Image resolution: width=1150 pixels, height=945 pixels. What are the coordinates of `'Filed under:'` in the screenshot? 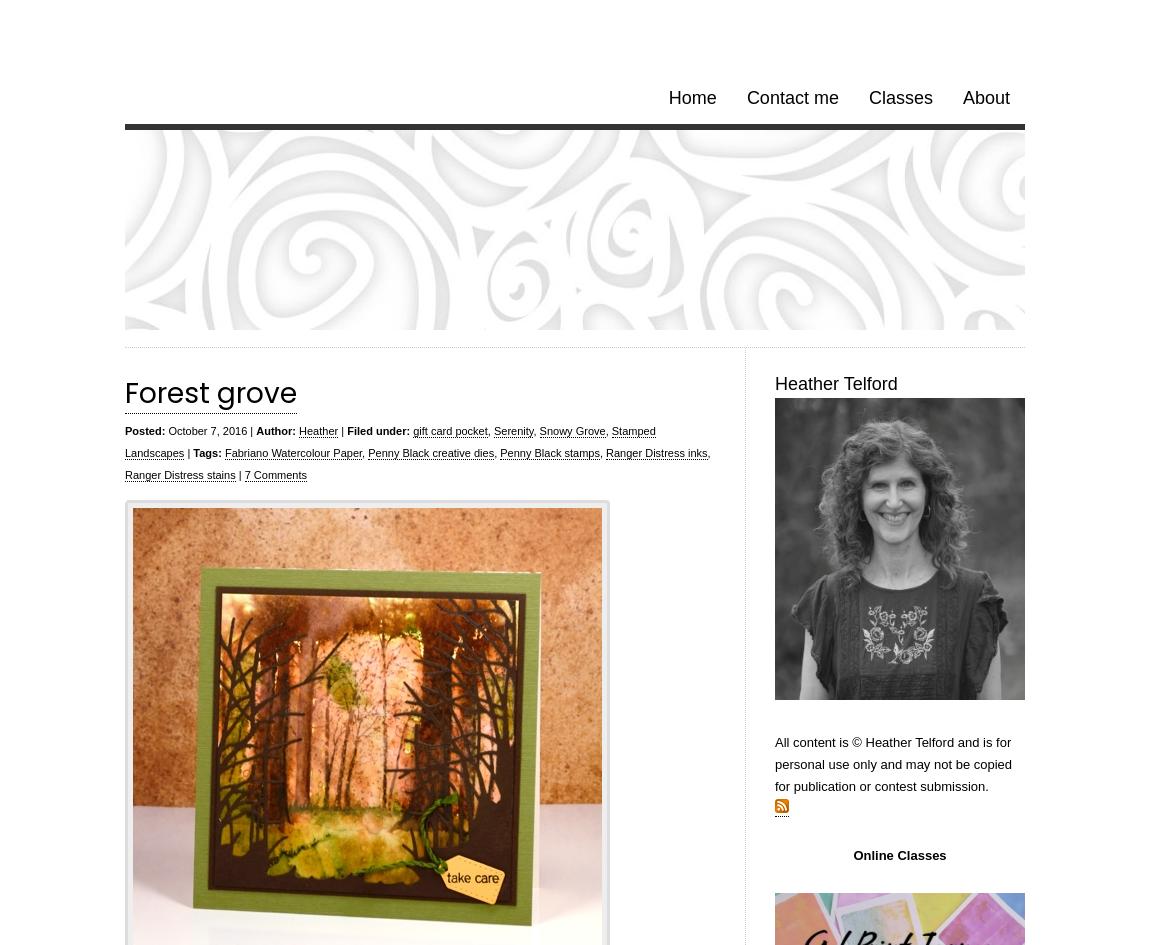 It's located at (346, 431).